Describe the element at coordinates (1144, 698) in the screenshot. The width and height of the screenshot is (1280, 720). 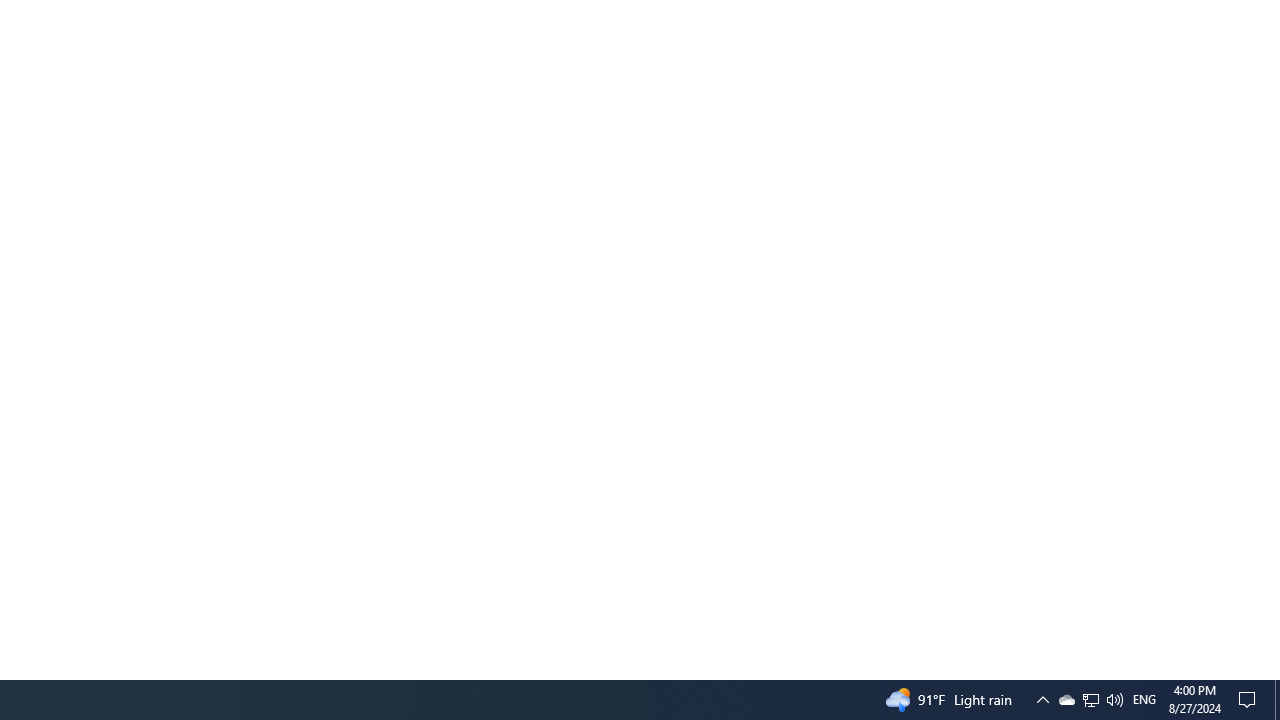
I see `'Q2790: 100%'` at that location.